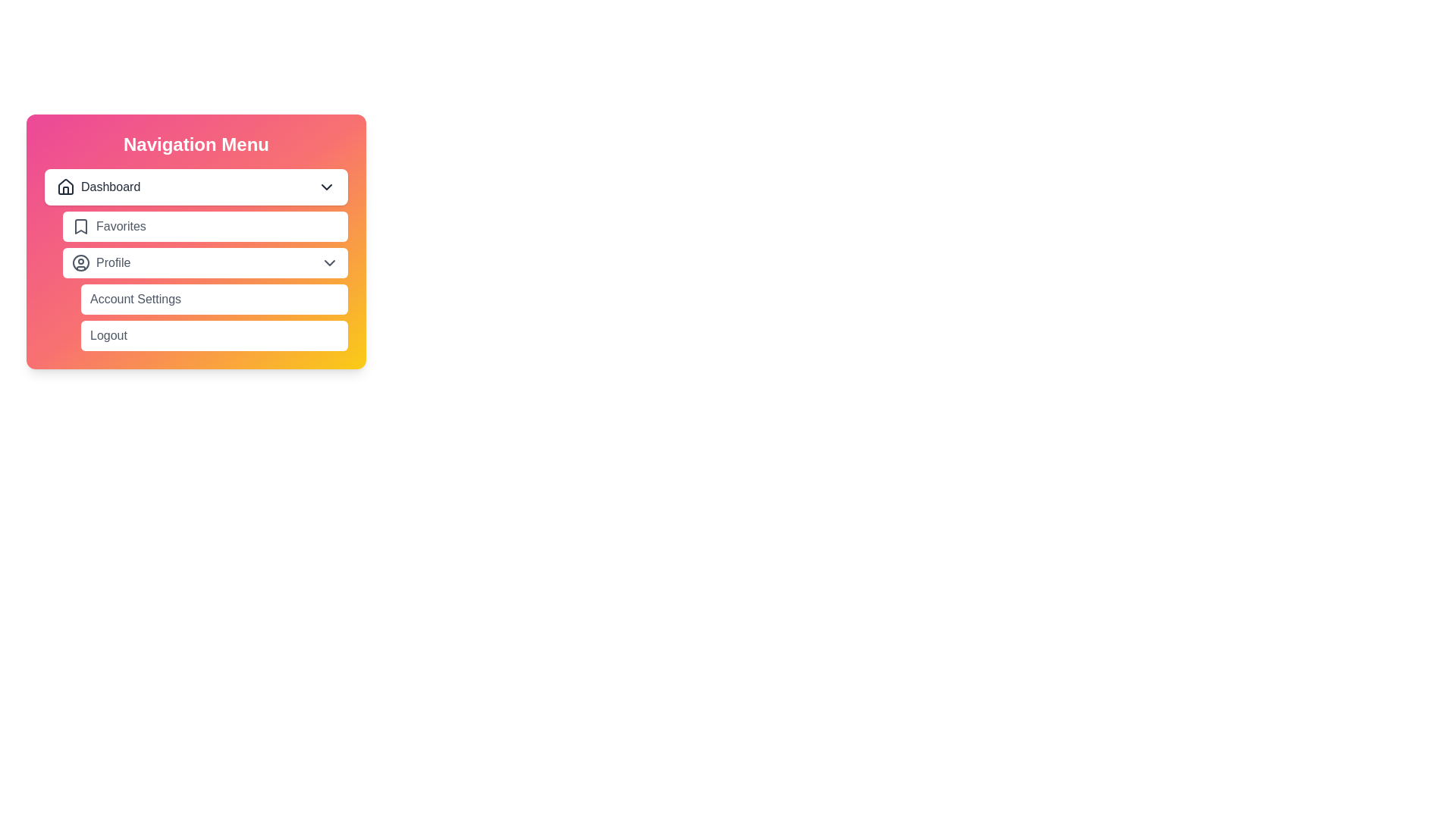 The width and height of the screenshot is (1456, 819). What do you see at coordinates (97, 186) in the screenshot?
I see `the 'Dashboard' text label with accompanying icon located at the top of the vertical navigation menu` at bounding box center [97, 186].